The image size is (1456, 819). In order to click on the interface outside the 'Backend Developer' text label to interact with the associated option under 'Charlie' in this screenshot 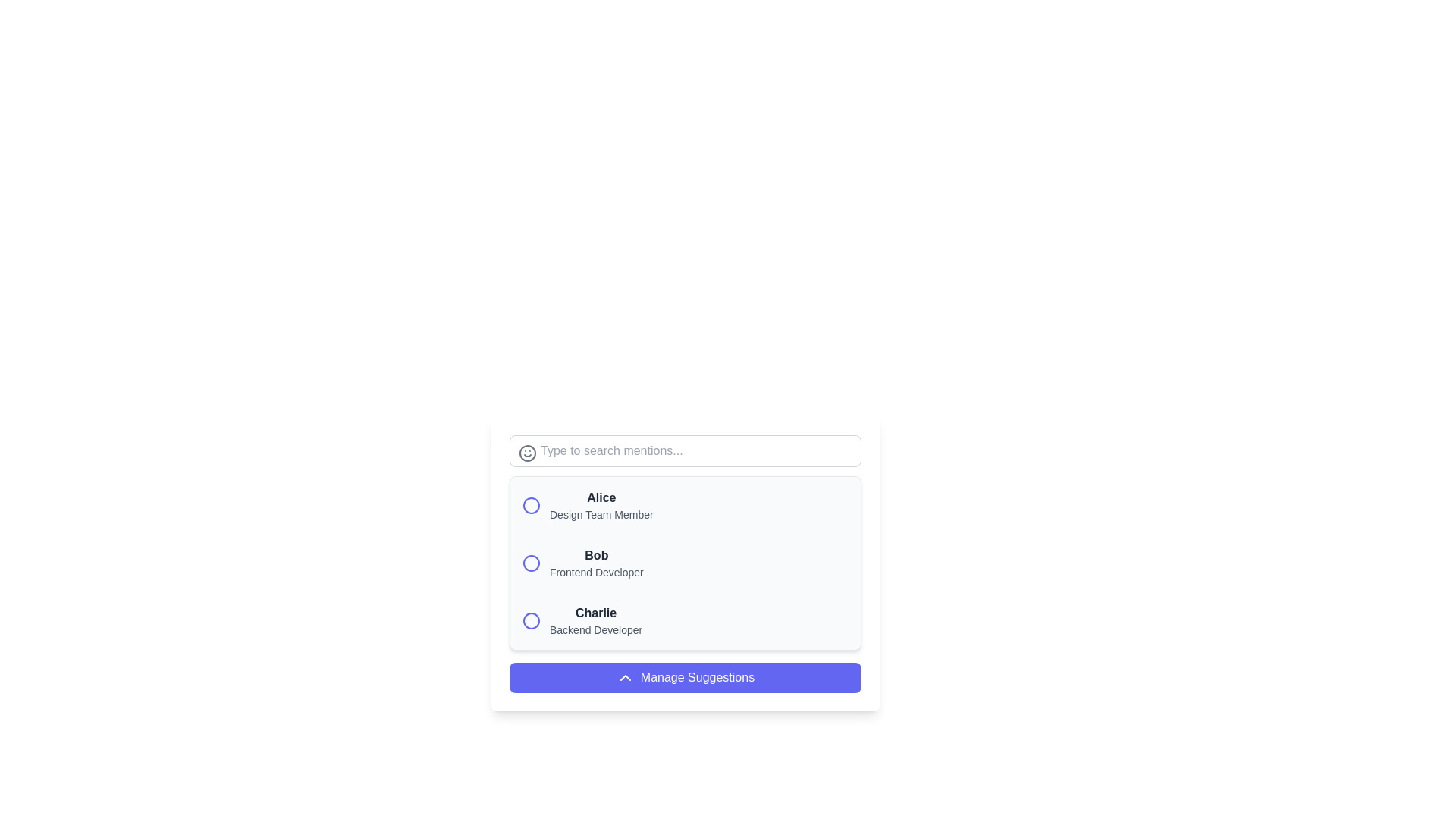, I will do `click(595, 629)`.